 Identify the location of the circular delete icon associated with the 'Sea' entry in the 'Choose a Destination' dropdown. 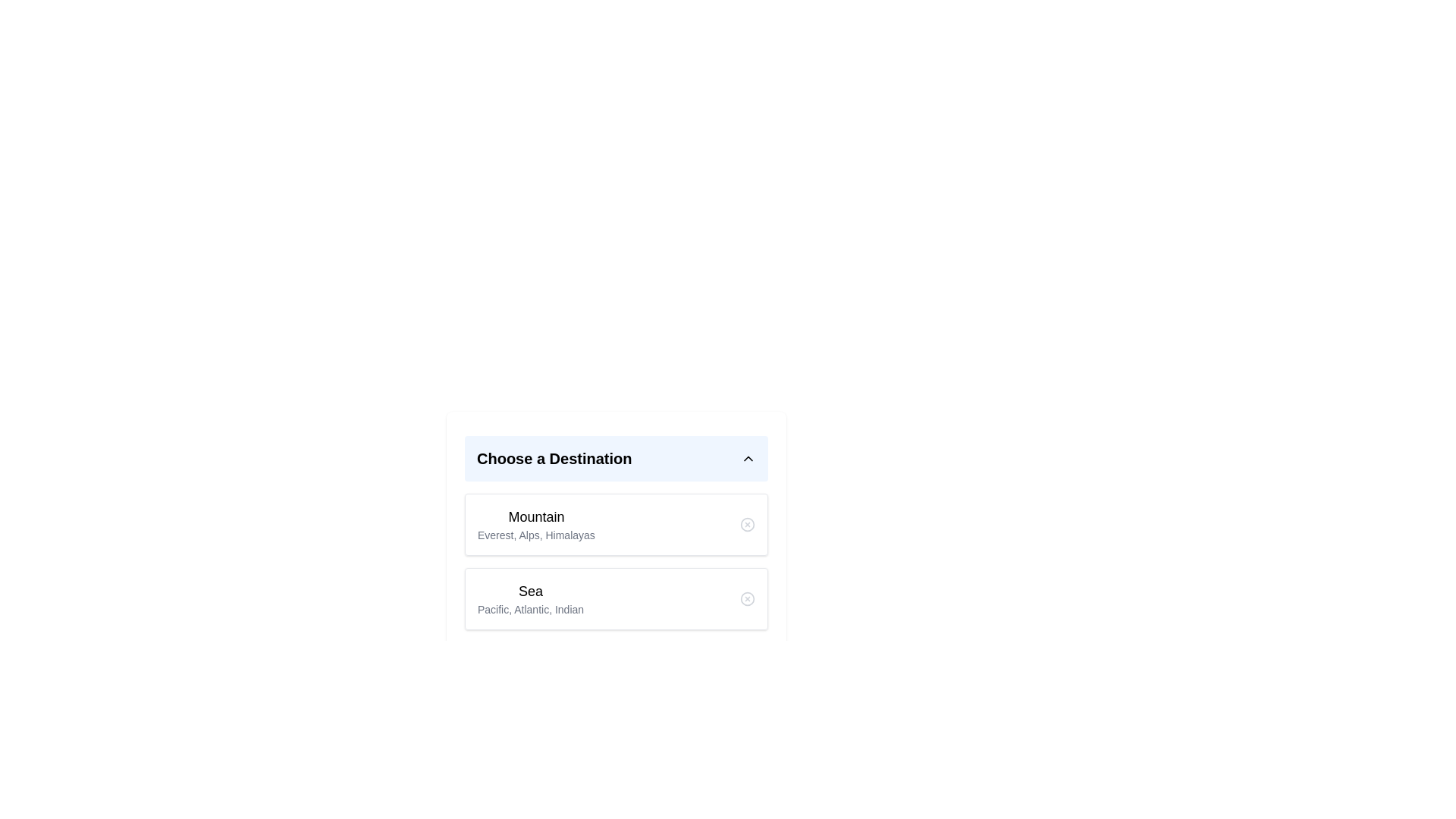
(747, 598).